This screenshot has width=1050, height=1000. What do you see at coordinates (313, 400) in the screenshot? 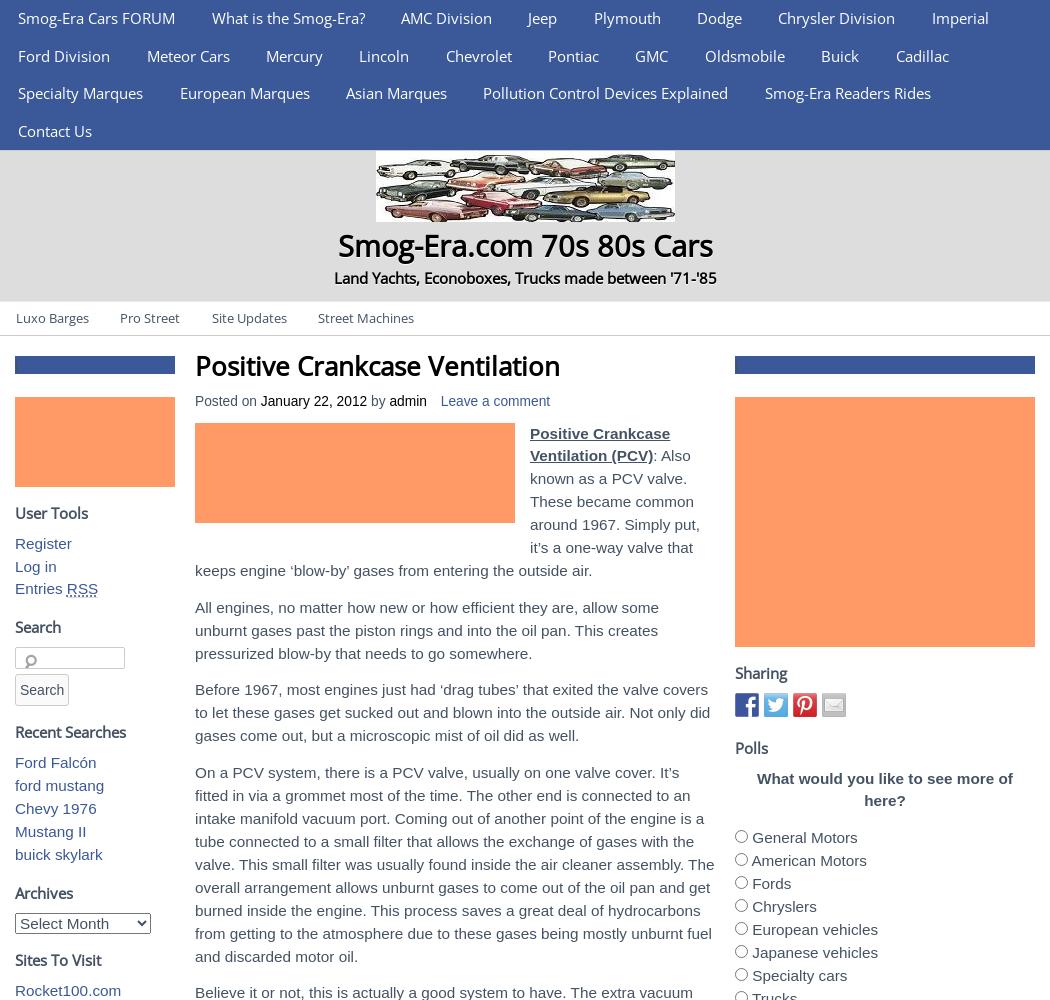
I see `'January 22, 2012'` at bounding box center [313, 400].